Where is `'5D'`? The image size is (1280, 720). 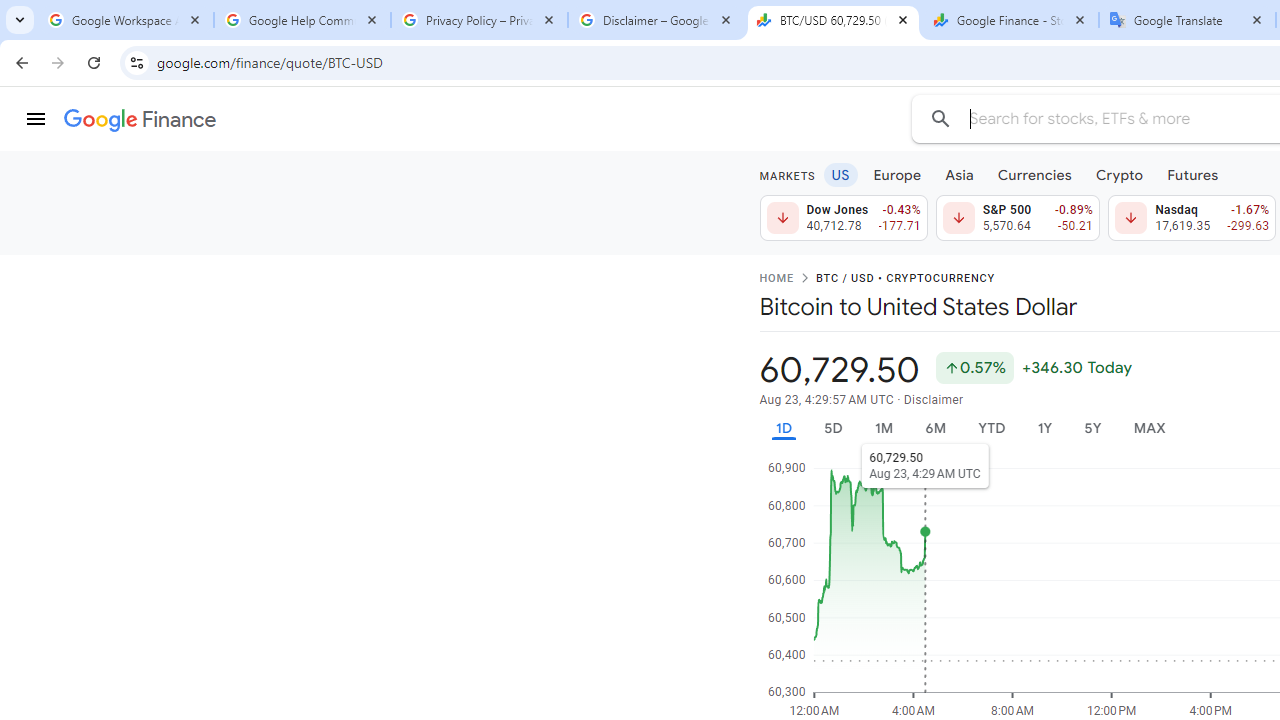
'5D' is located at coordinates (832, 427).